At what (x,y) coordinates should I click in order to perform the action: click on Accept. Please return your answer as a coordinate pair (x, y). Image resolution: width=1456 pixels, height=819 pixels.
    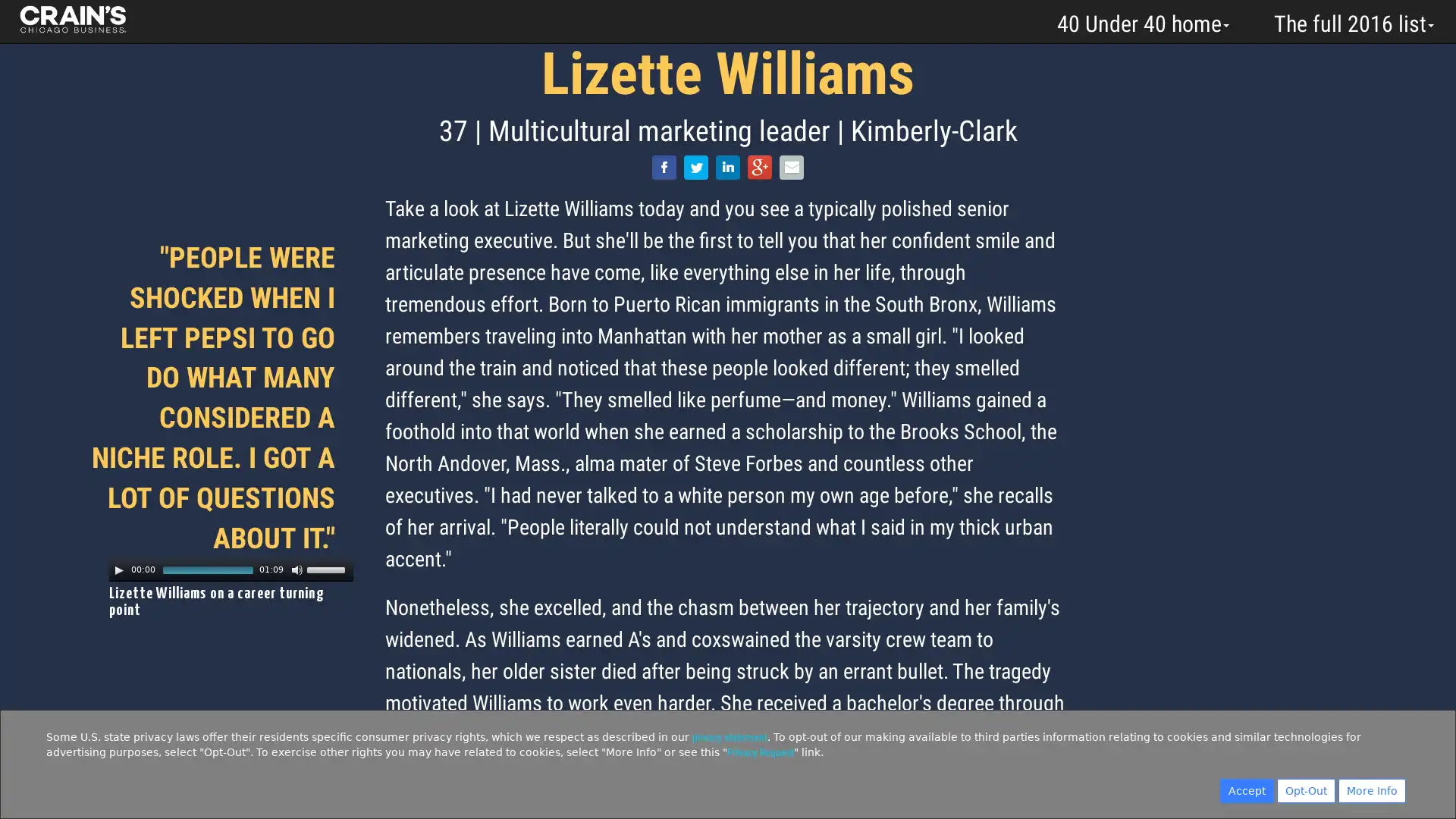
    Looking at the image, I should click on (1247, 789).